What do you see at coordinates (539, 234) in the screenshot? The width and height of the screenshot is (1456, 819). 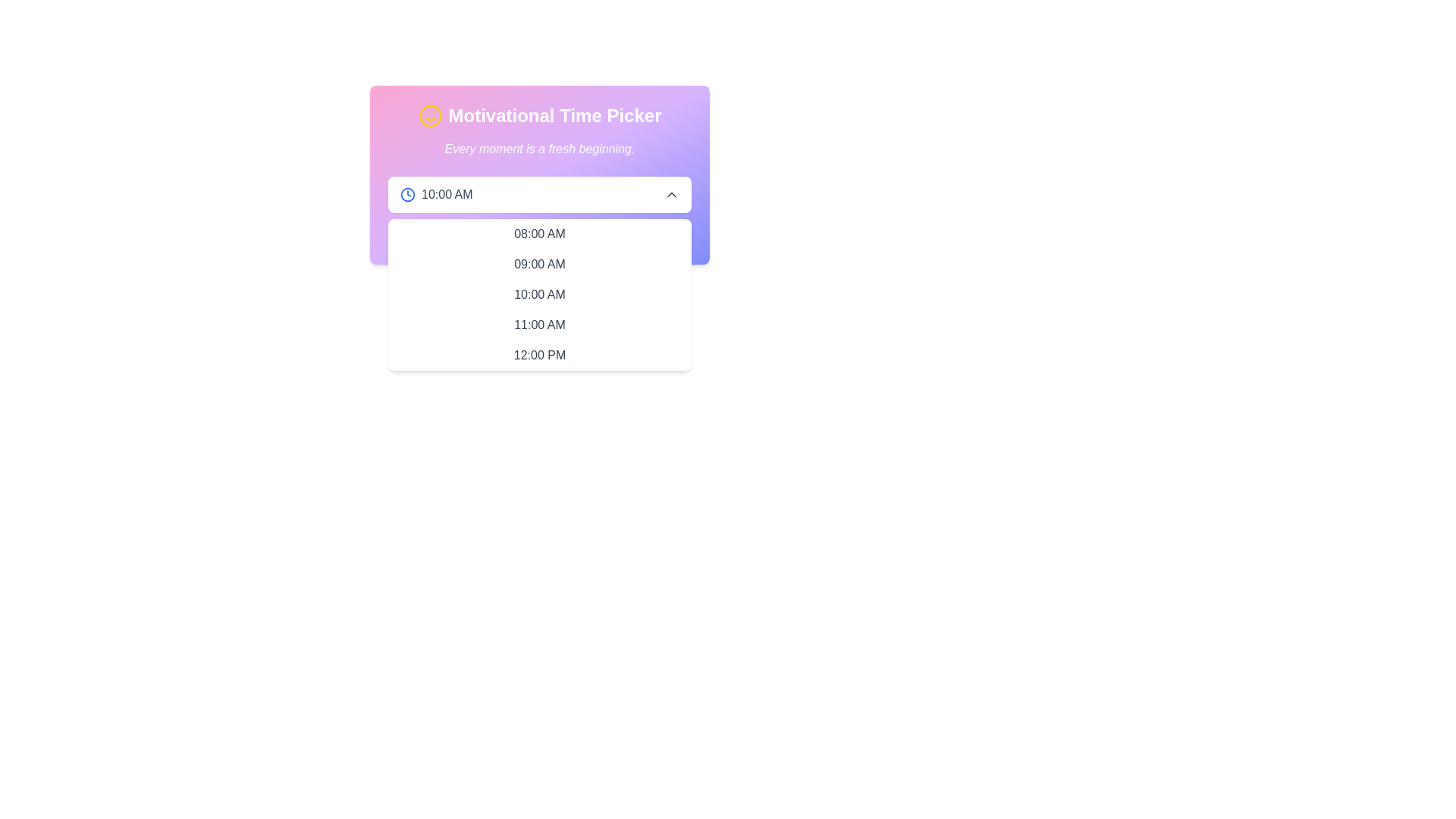 I see `the clickable list item displaying '08:00 AM'` at bounding box center [539, 234].